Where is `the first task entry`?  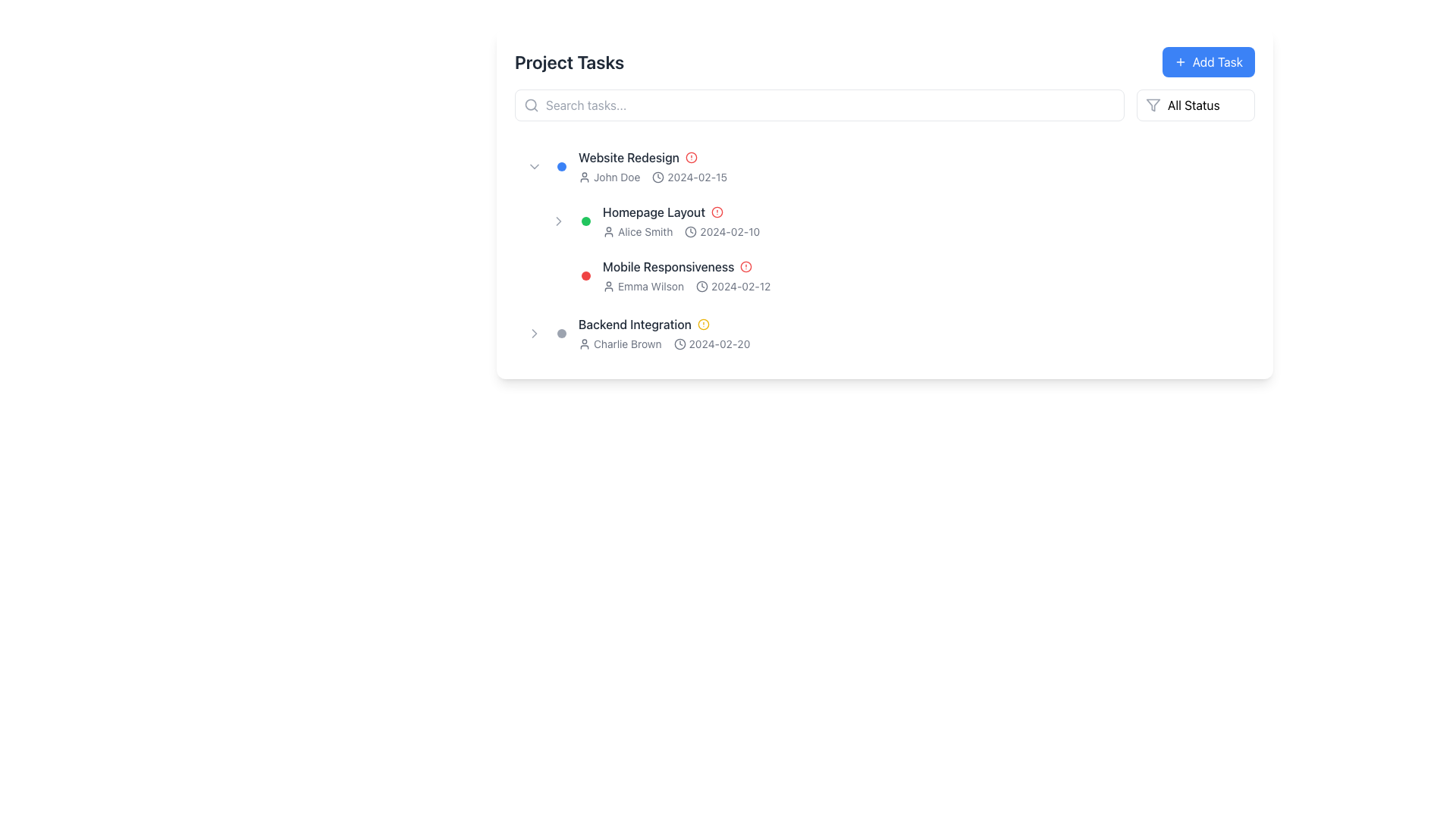
the first task entry is located at coordinates (884, 166).